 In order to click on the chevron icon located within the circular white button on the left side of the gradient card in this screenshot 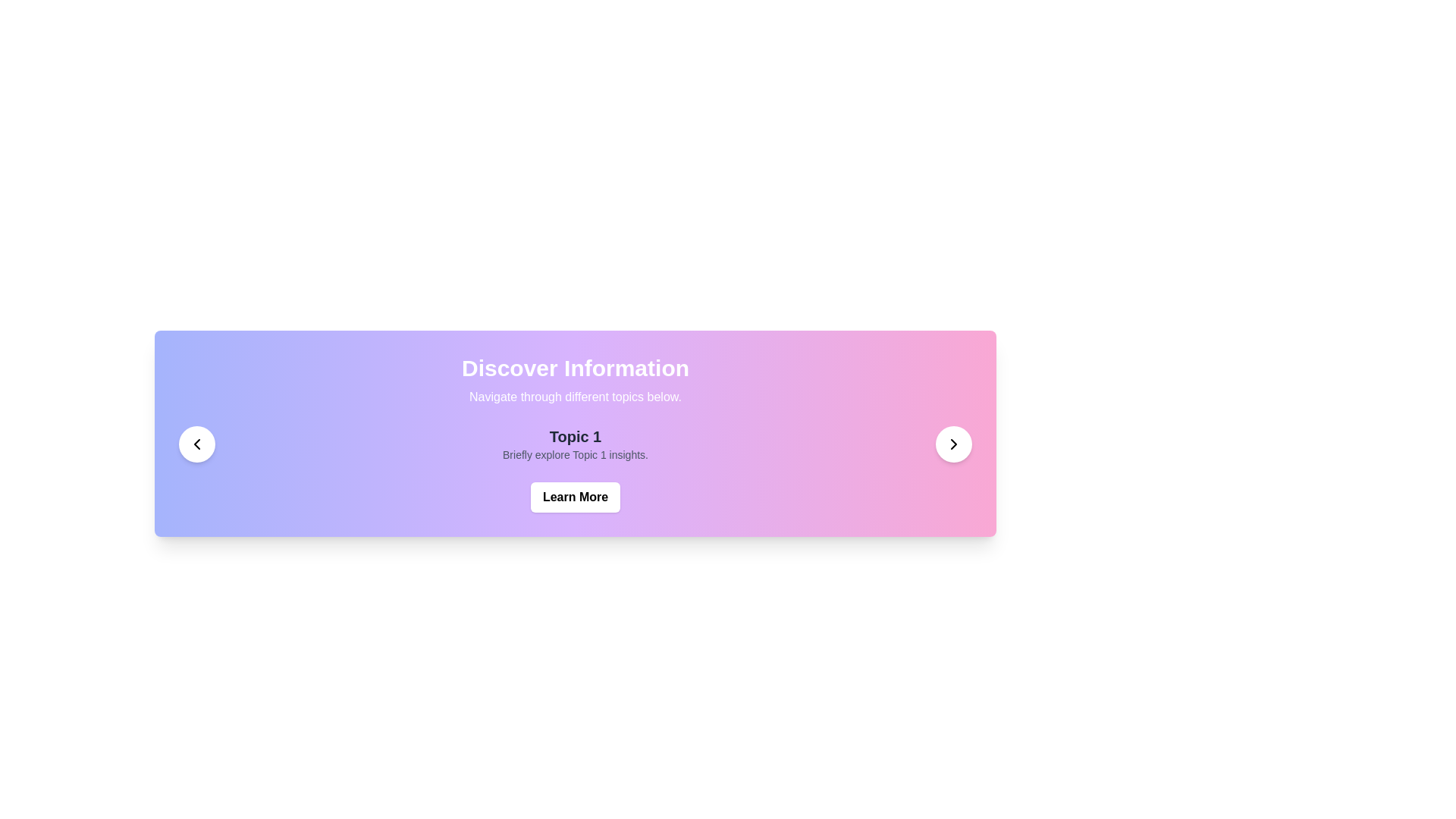, I will do `click(196, 444)`.